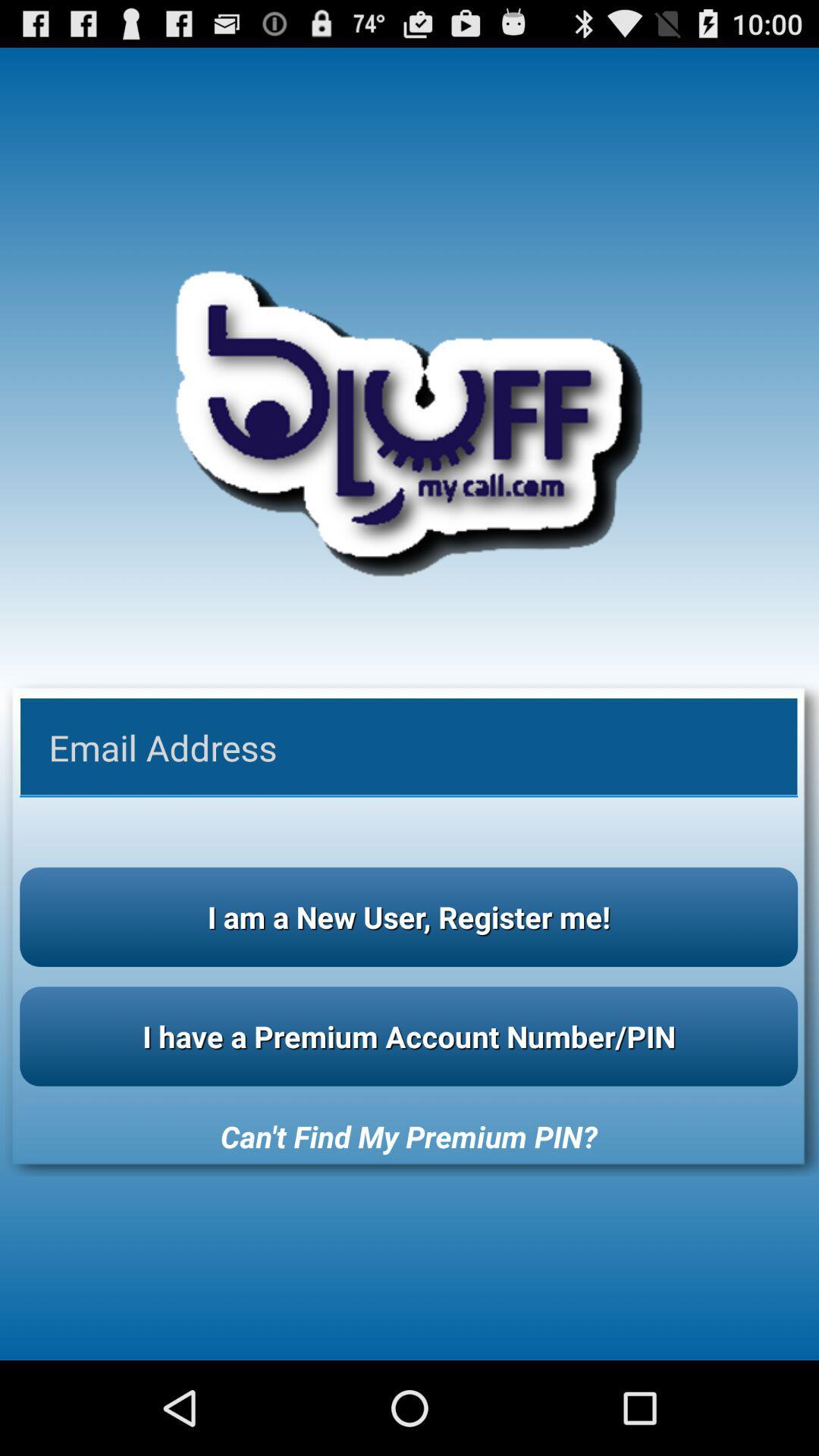 This screenshot has width=819, height=1456. I want to click on can t find app, so click(408, 1136).